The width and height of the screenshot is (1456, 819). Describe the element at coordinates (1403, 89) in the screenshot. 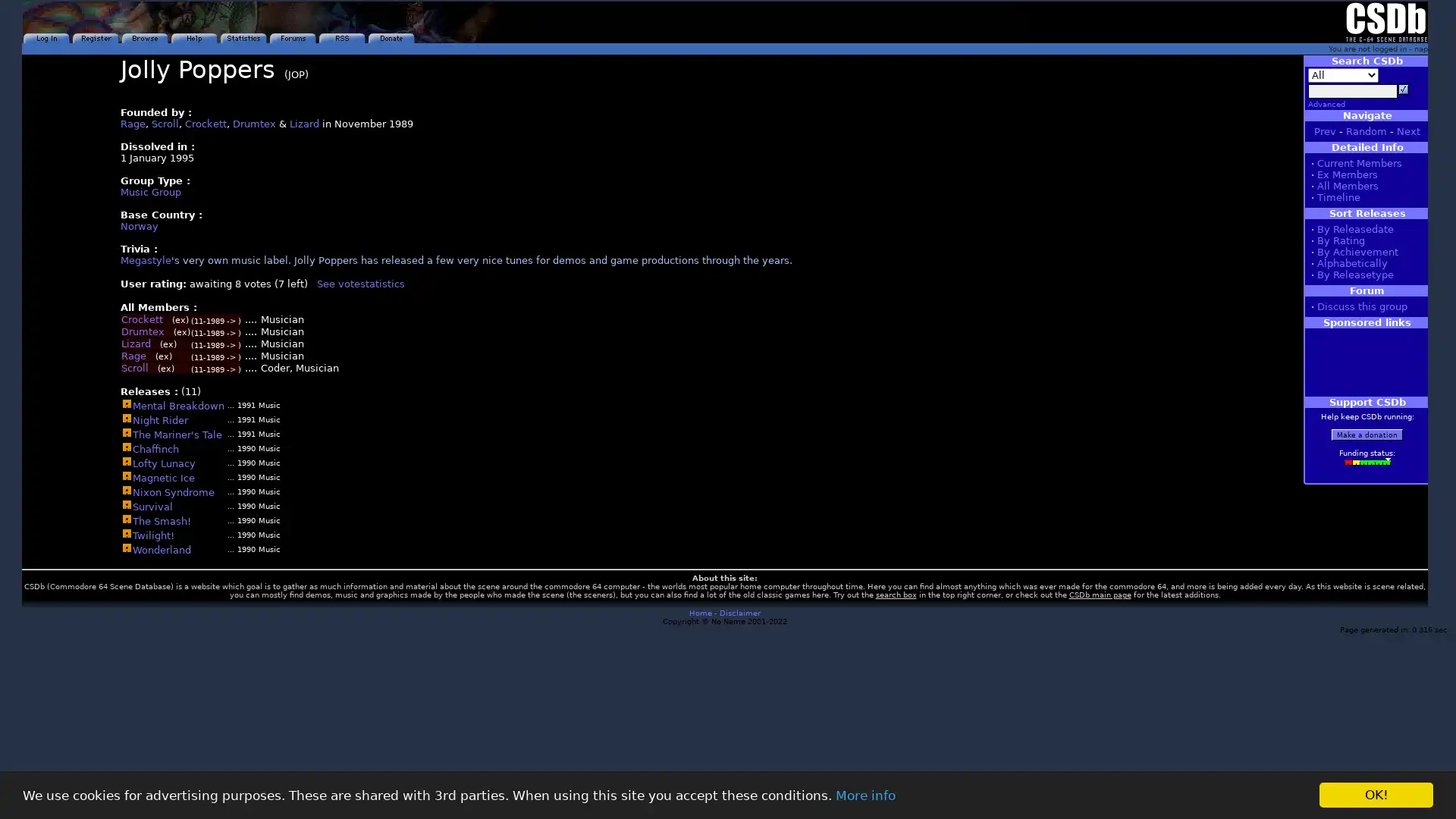

I see `Go` at that location.